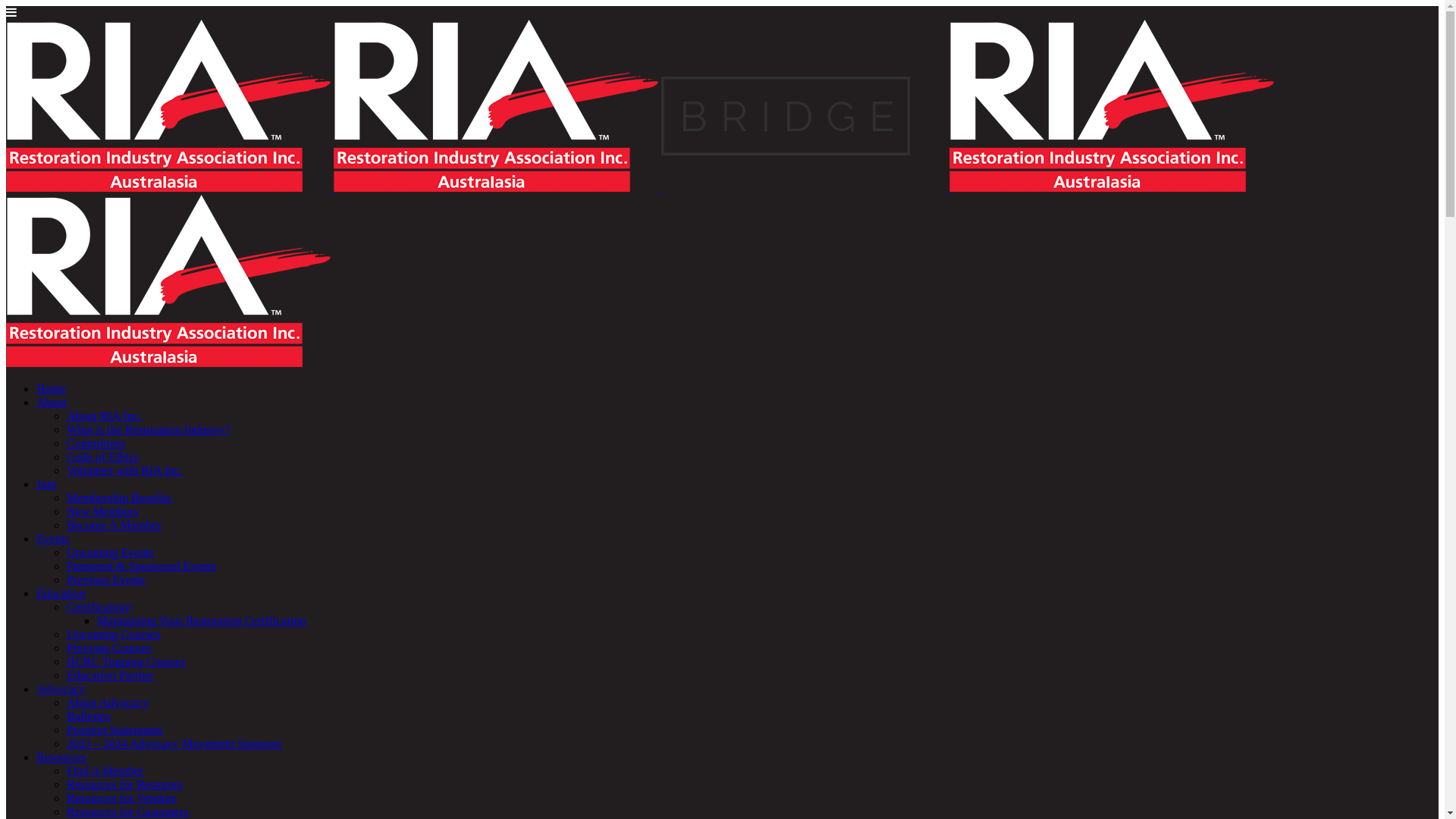 Image resolution: width=1456 pixels, height=819 pixels. I want to click on 'Position Statements', so click(65, 729).